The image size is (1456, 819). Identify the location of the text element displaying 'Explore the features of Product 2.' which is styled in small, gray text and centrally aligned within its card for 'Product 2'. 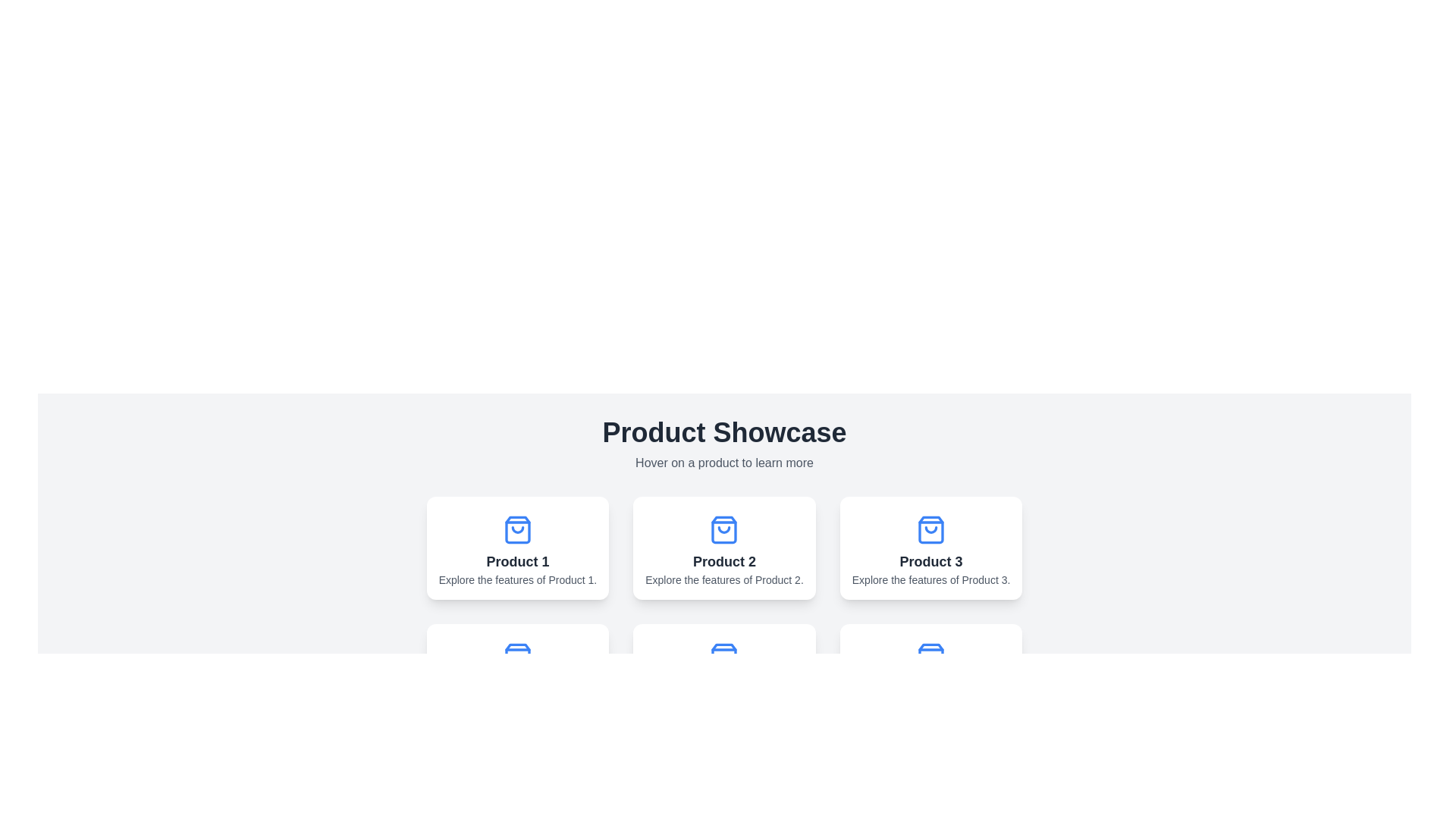
(723, 579).